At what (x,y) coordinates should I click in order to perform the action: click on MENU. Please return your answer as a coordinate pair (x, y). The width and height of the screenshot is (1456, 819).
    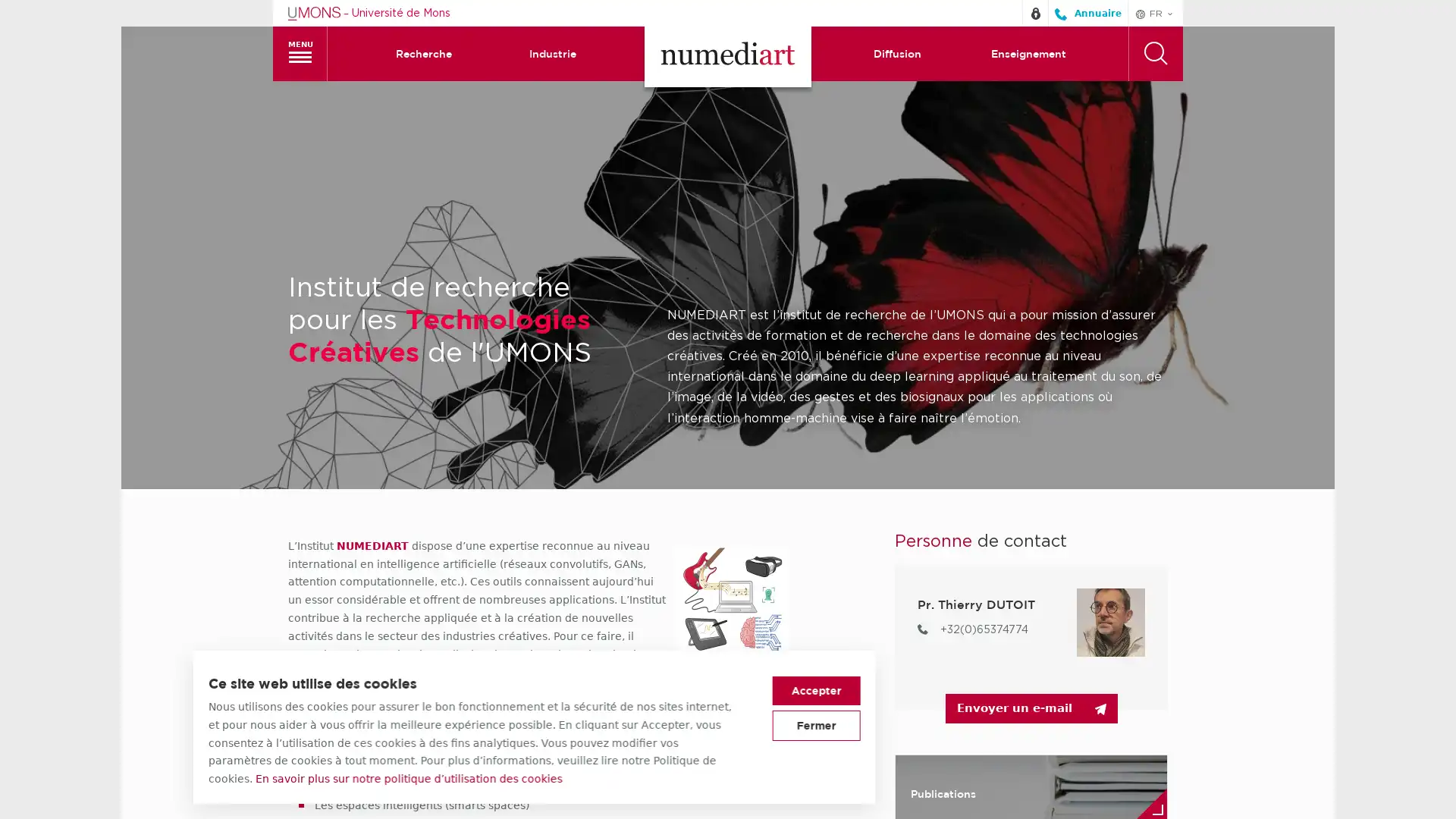
    Looking at the image, I should click on (300, 52).